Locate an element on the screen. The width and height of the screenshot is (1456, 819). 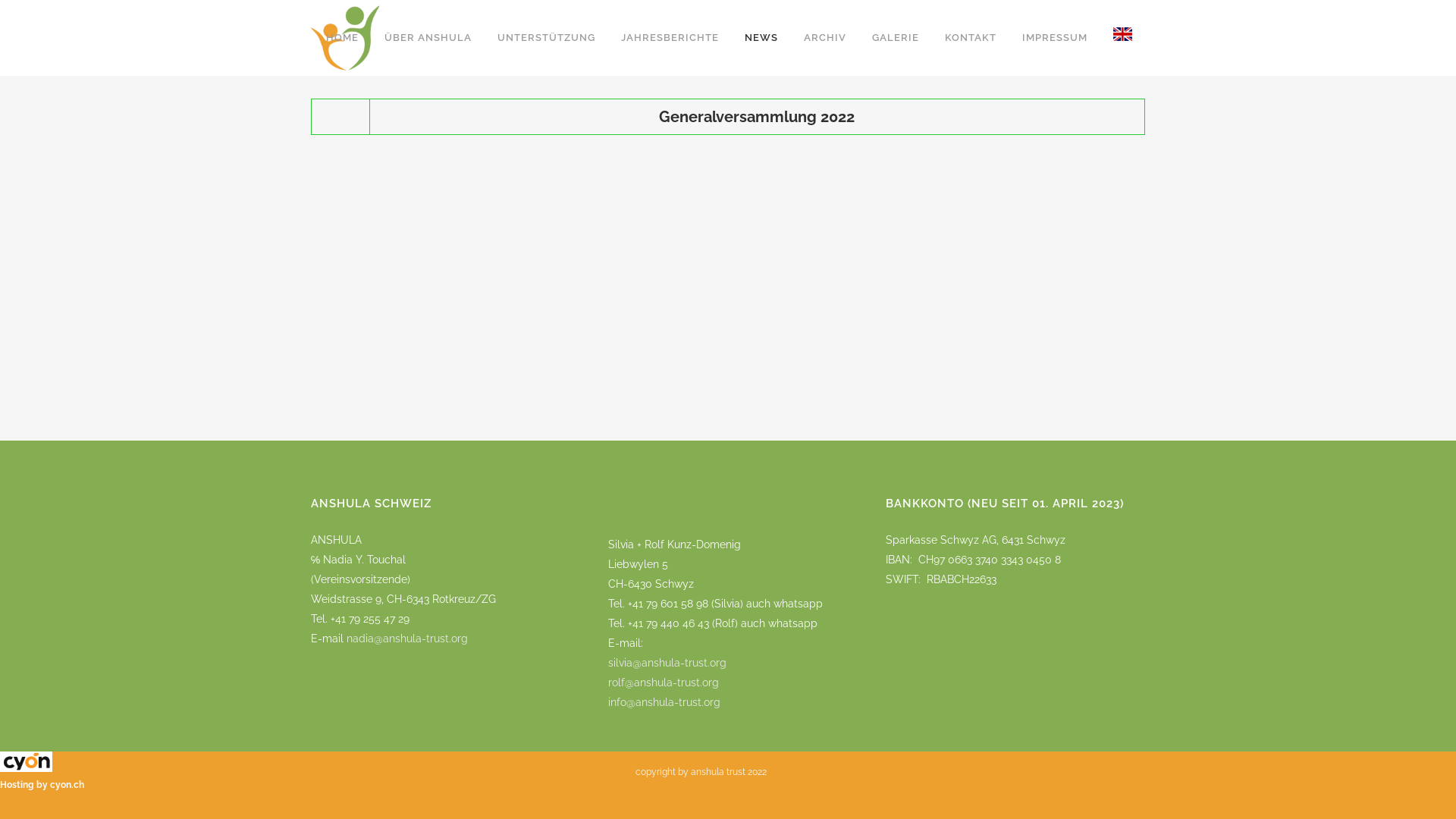
'nadia@anshula-trust.org' is located at coordinates (407, 638).